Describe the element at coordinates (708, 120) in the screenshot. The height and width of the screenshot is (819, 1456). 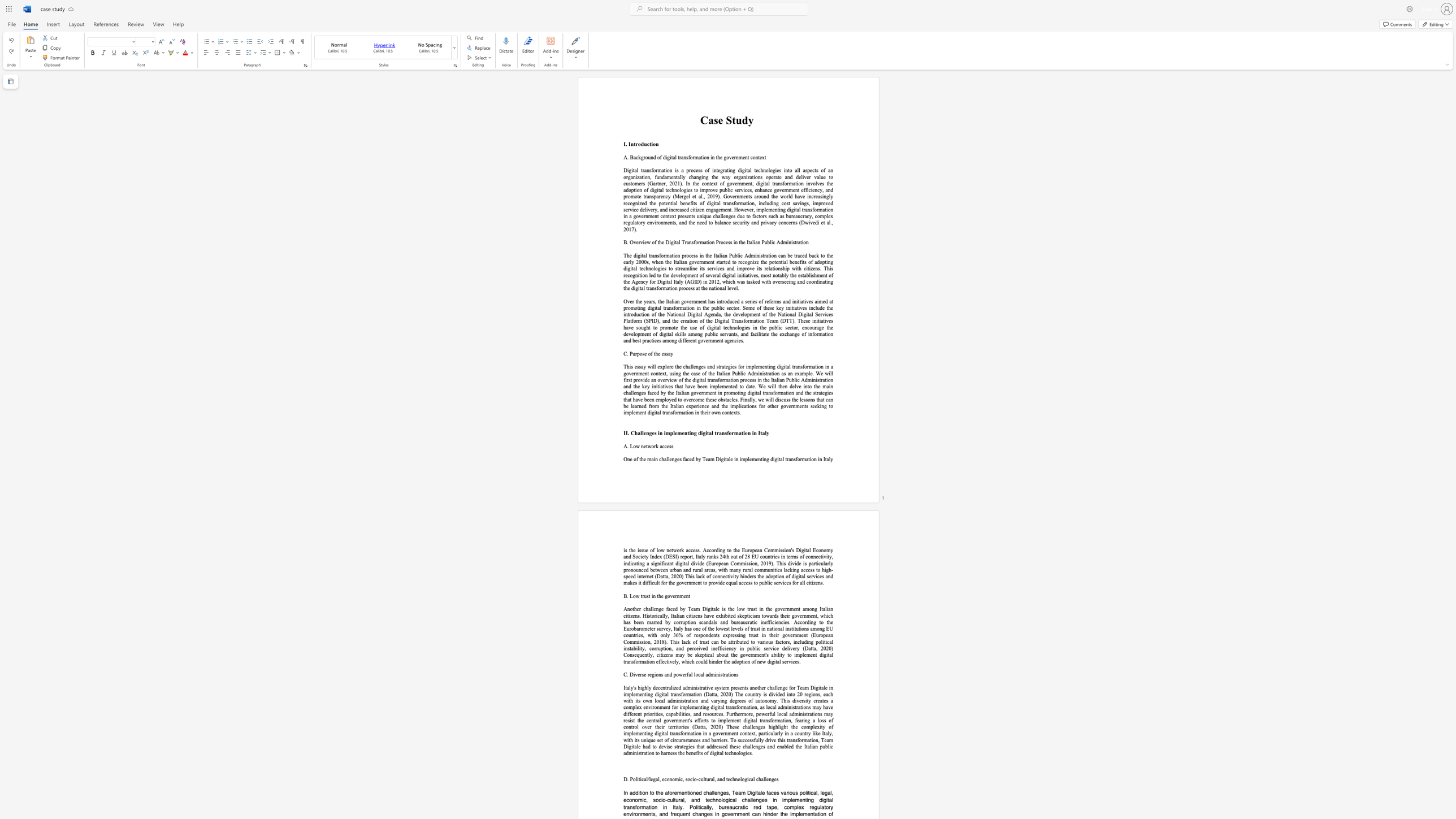
I see `the subset text "ase" within the text "Case Study"` at that location.